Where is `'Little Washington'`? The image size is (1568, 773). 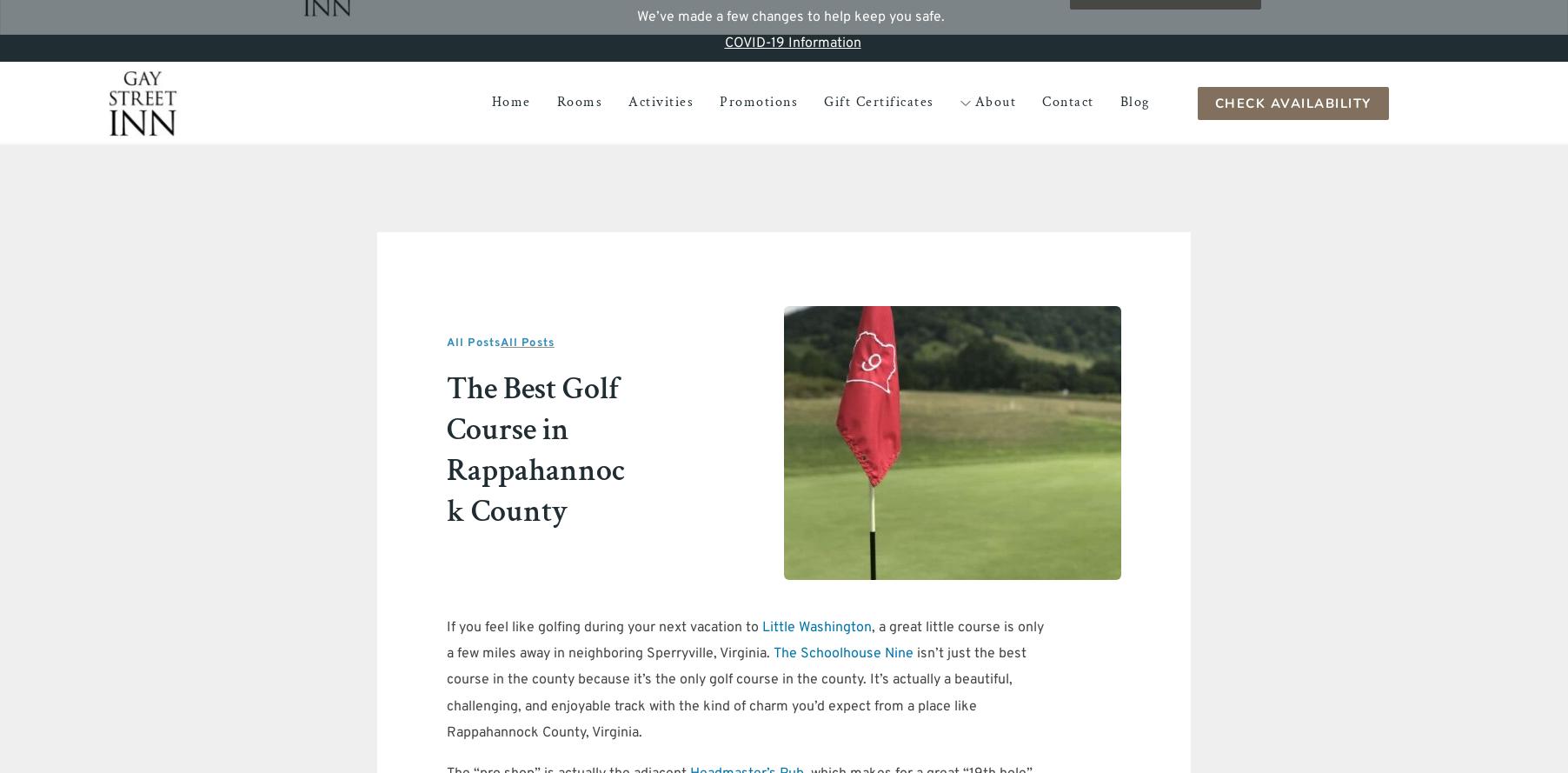 'Little Washington' is located at coordinates (816, 625).